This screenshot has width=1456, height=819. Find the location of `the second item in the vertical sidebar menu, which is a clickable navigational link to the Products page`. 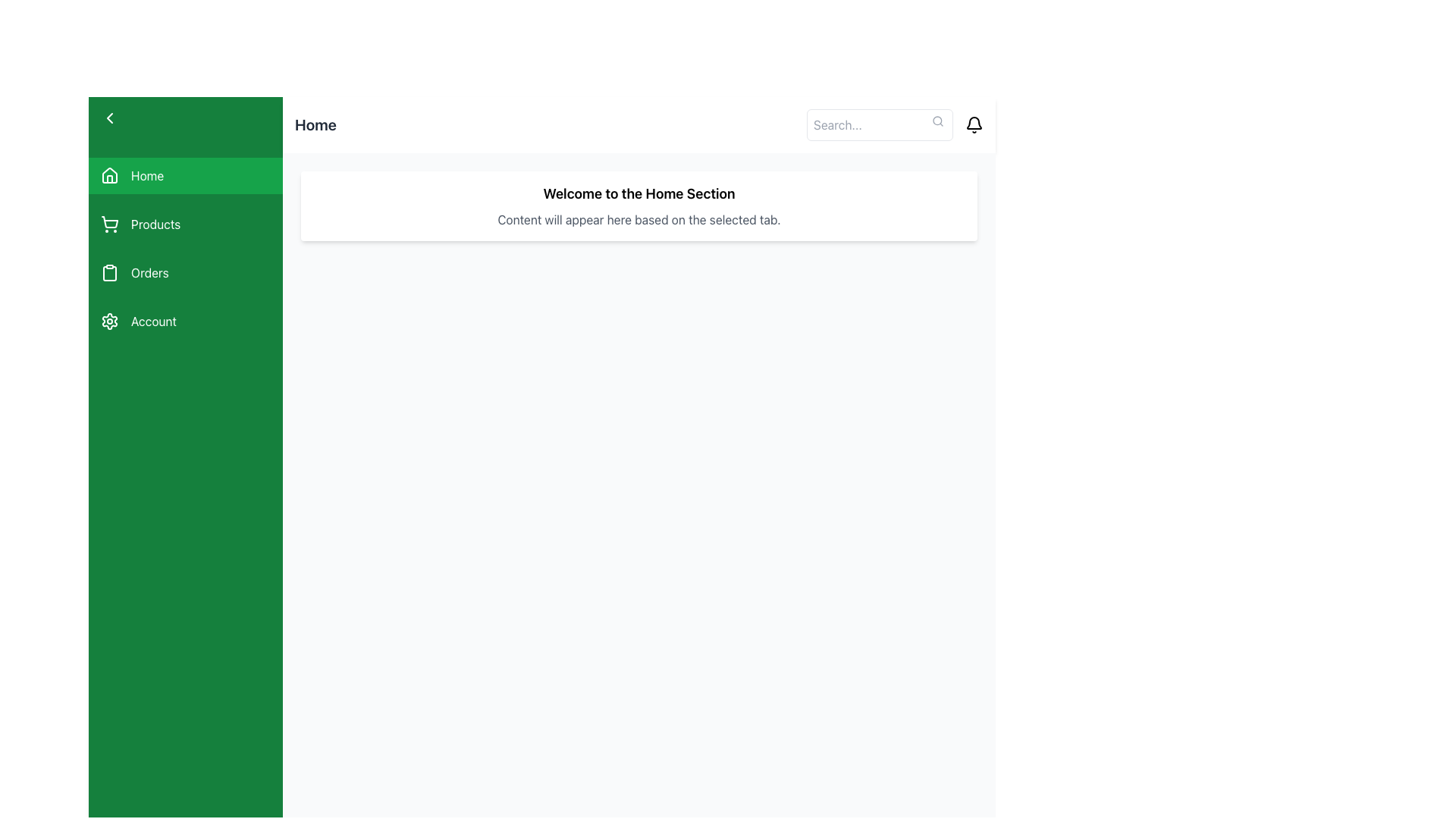

the second item in the vertical sidebar menu, which is a clickable navigational link to the Products page is located at coordinates (184, 224).